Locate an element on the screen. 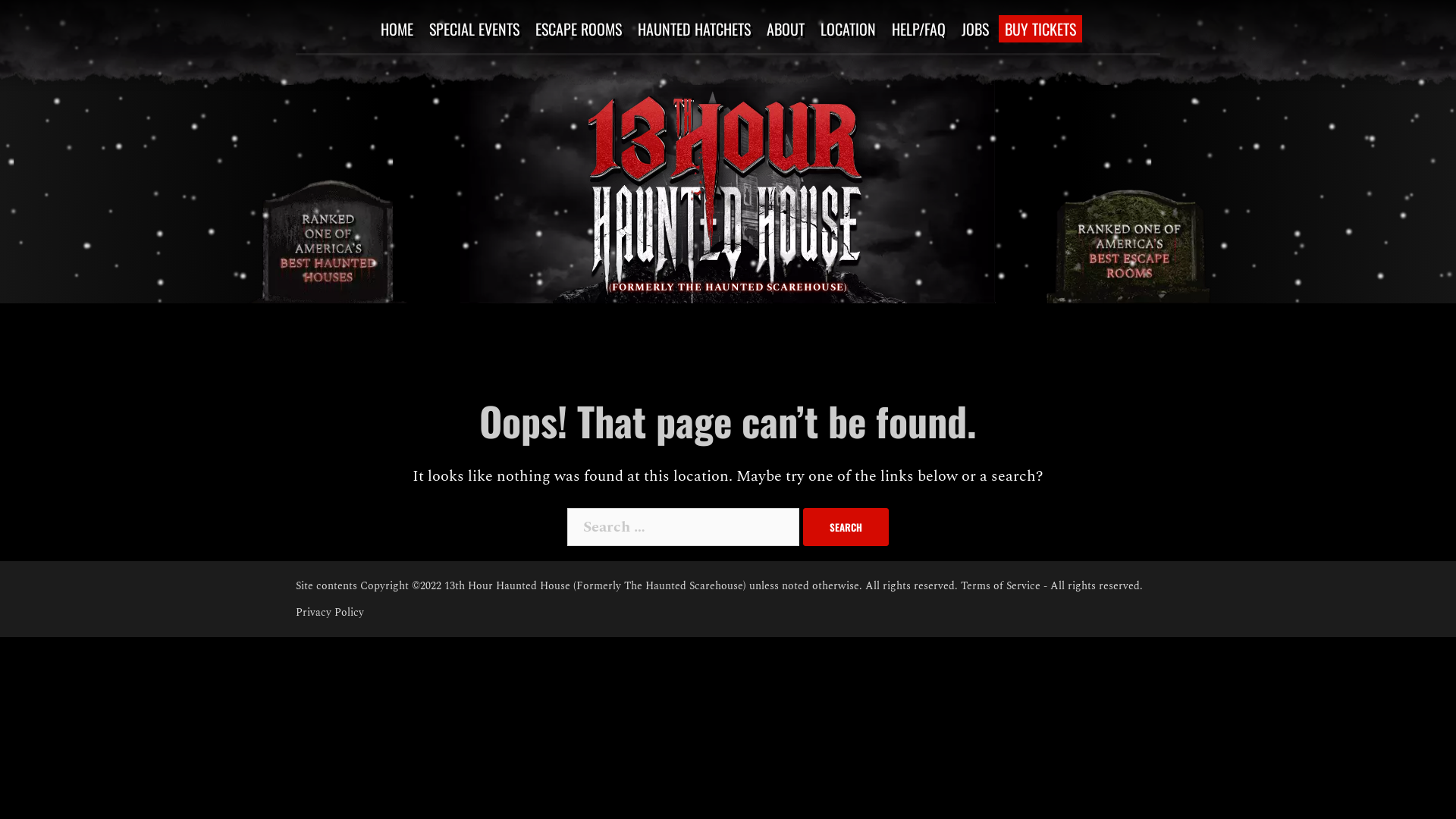 The width and height of the screenshot is (1456, 819). 'BUY TICKETS' is located at coordinates (1039, 29).